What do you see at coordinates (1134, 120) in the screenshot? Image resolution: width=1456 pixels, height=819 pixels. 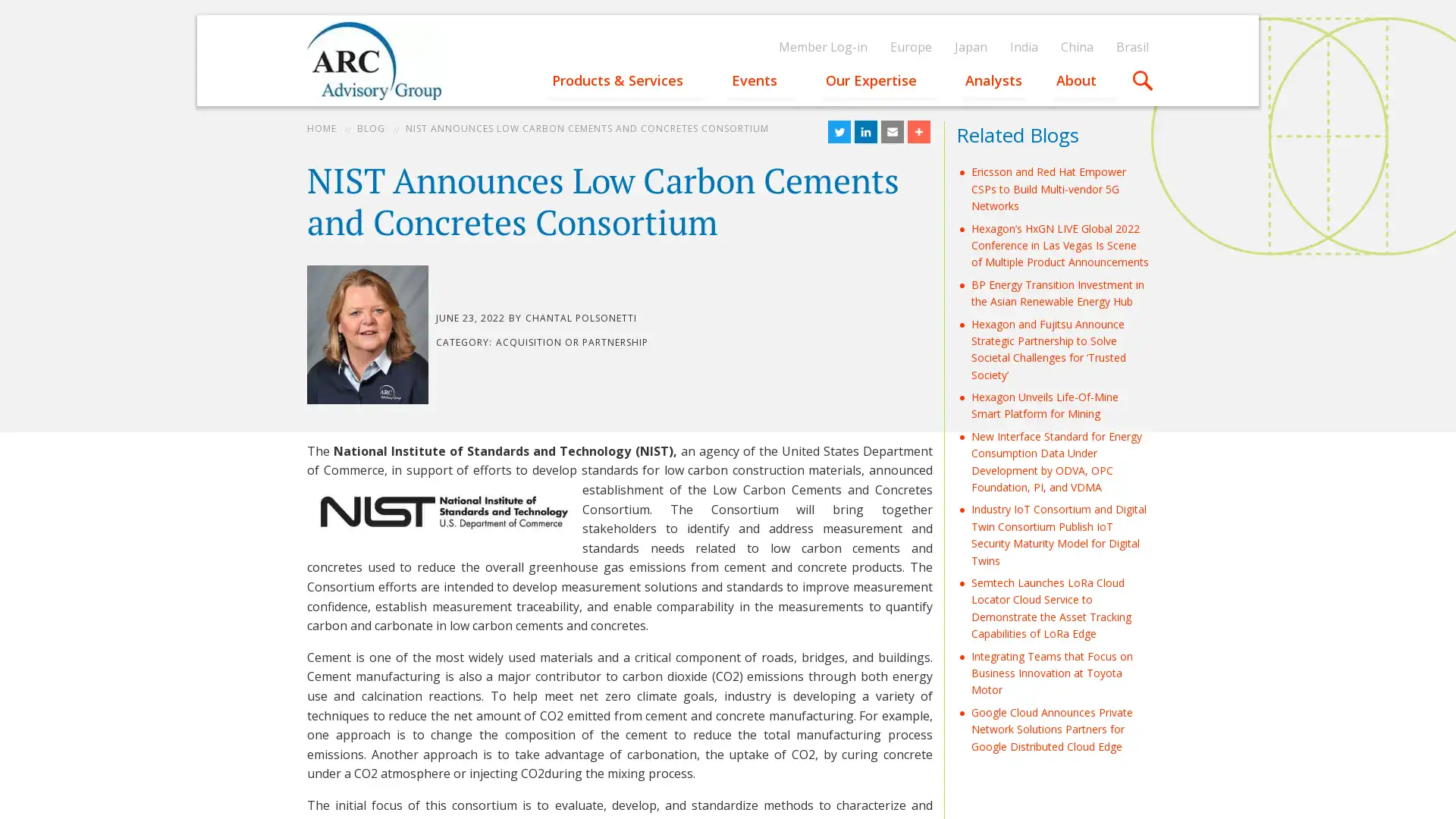 I see `Apply` at bounding box center [1134, 120].